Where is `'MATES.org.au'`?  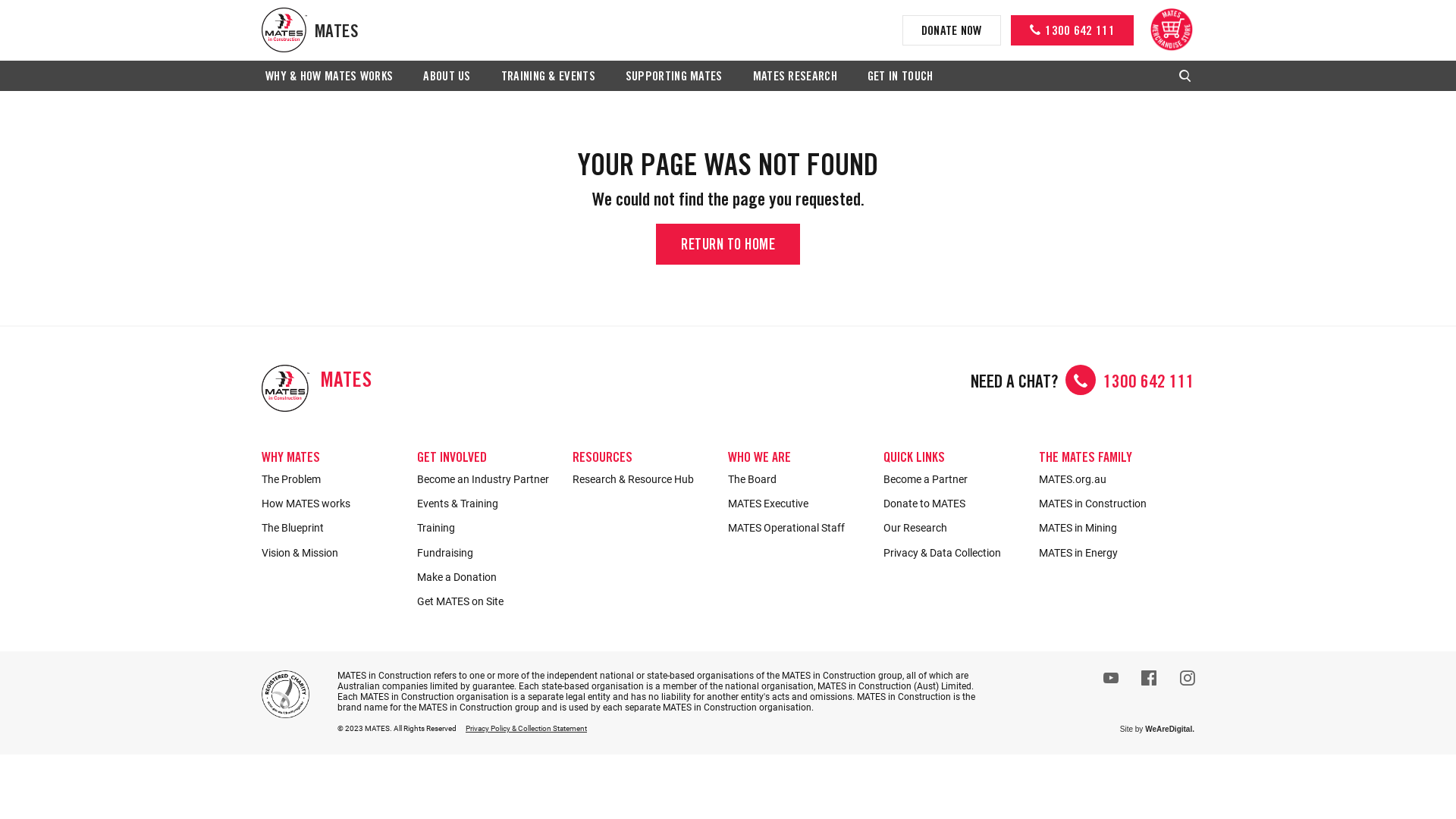
'MATES.org.au' is located at coordinates (1109, 479).